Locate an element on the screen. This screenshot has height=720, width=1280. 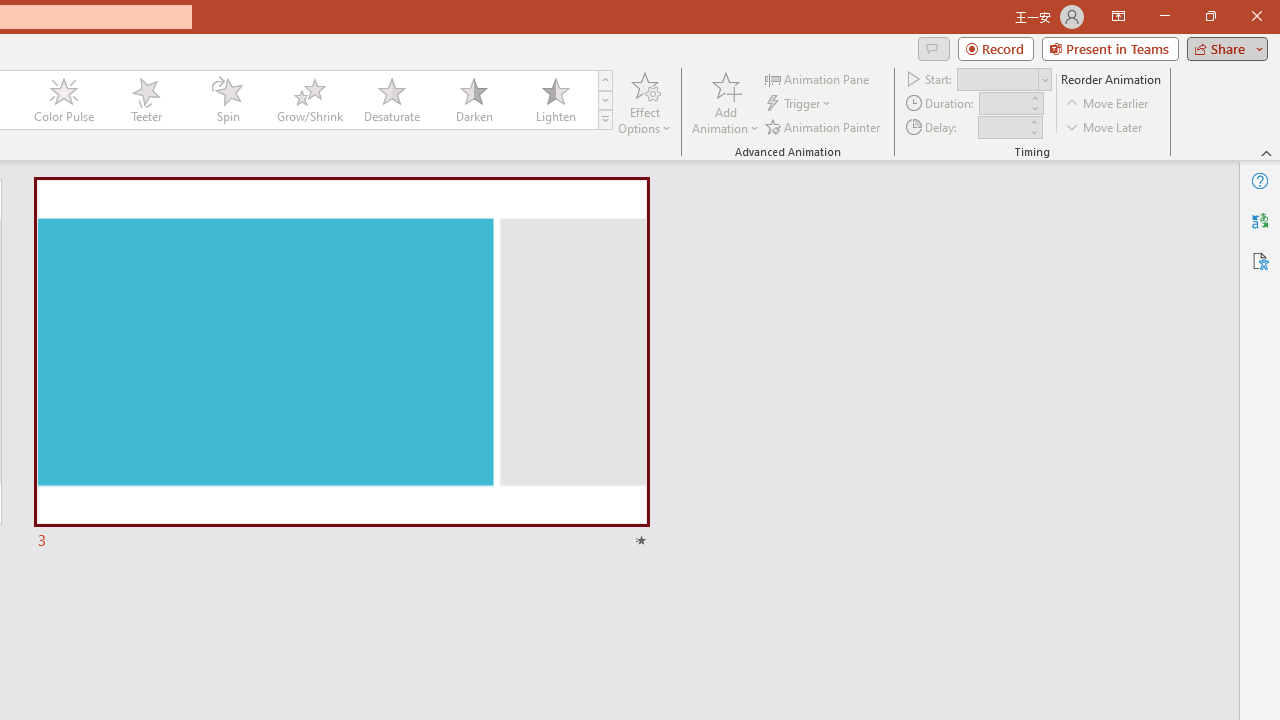
'Animation Duration' is located at coordinates (1003, 103).